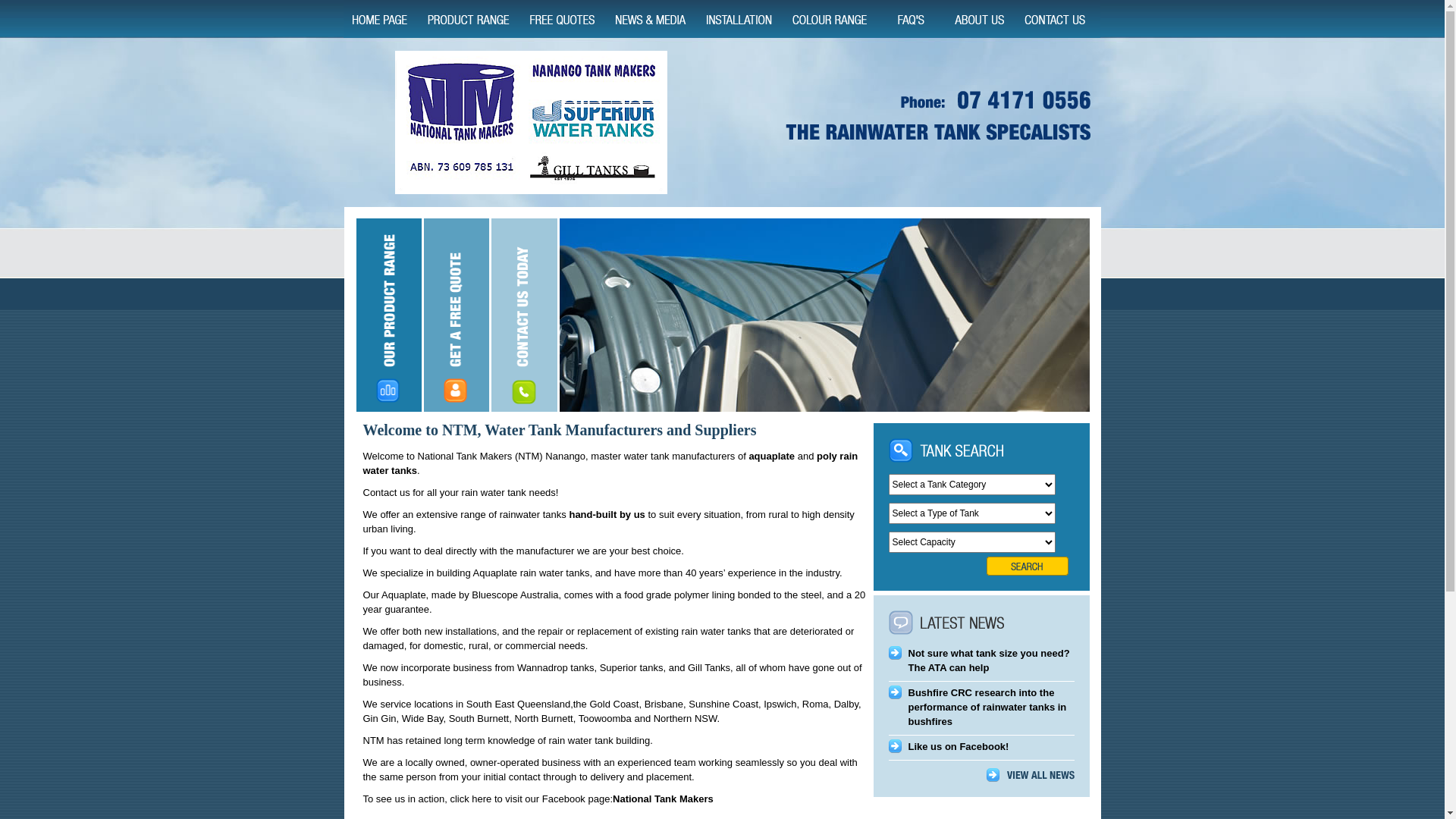 The height and width of the screenshot is (819, 1456). Describe the element at coordinates (958, 745) in the screenshot. I see `'Like us on Facebook!'` at that location.